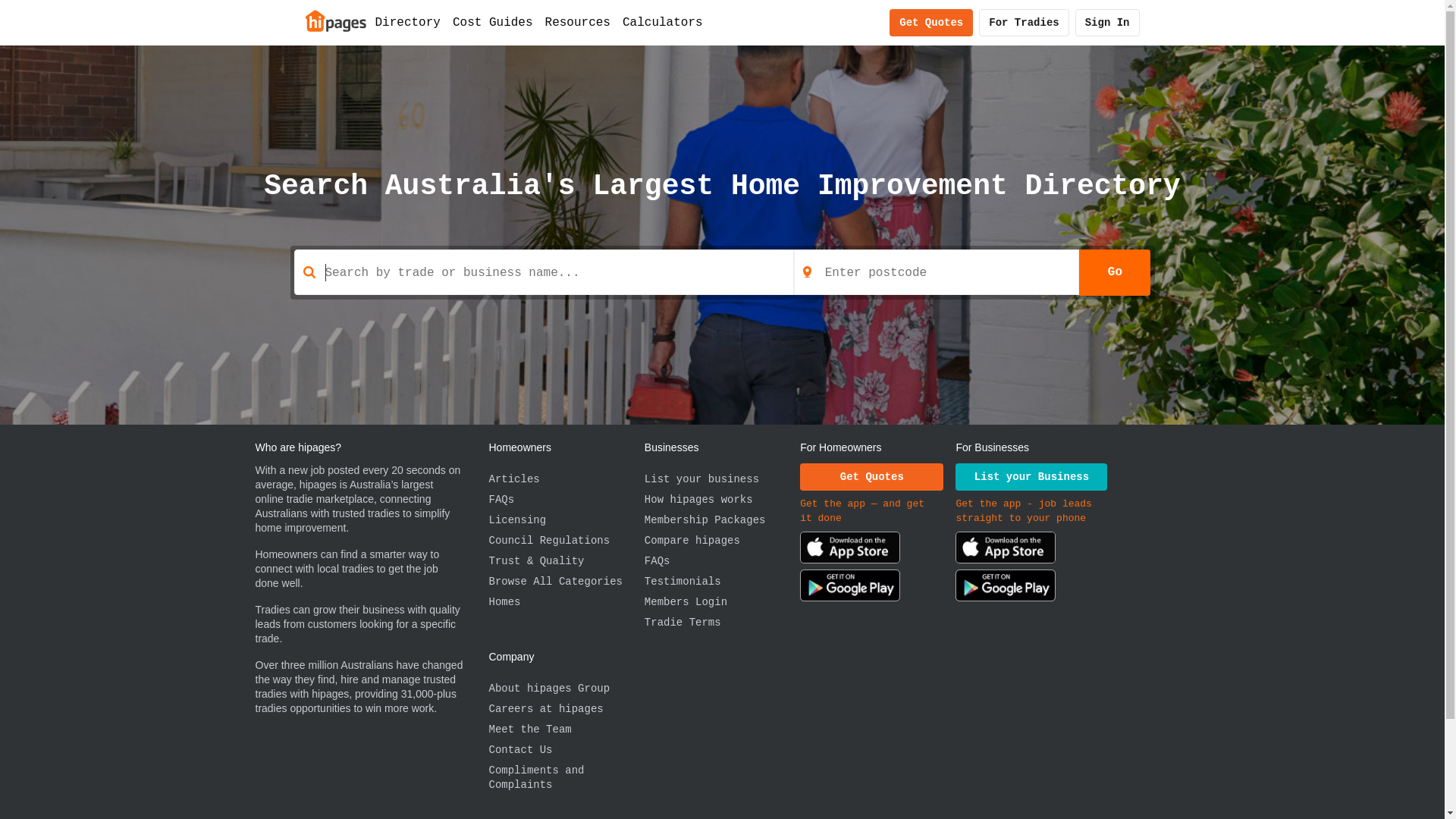  What do you see at coordinates (721, 623) in the screenshot?
I see `'Tradie Terms'` at bounding box center [721, 623].